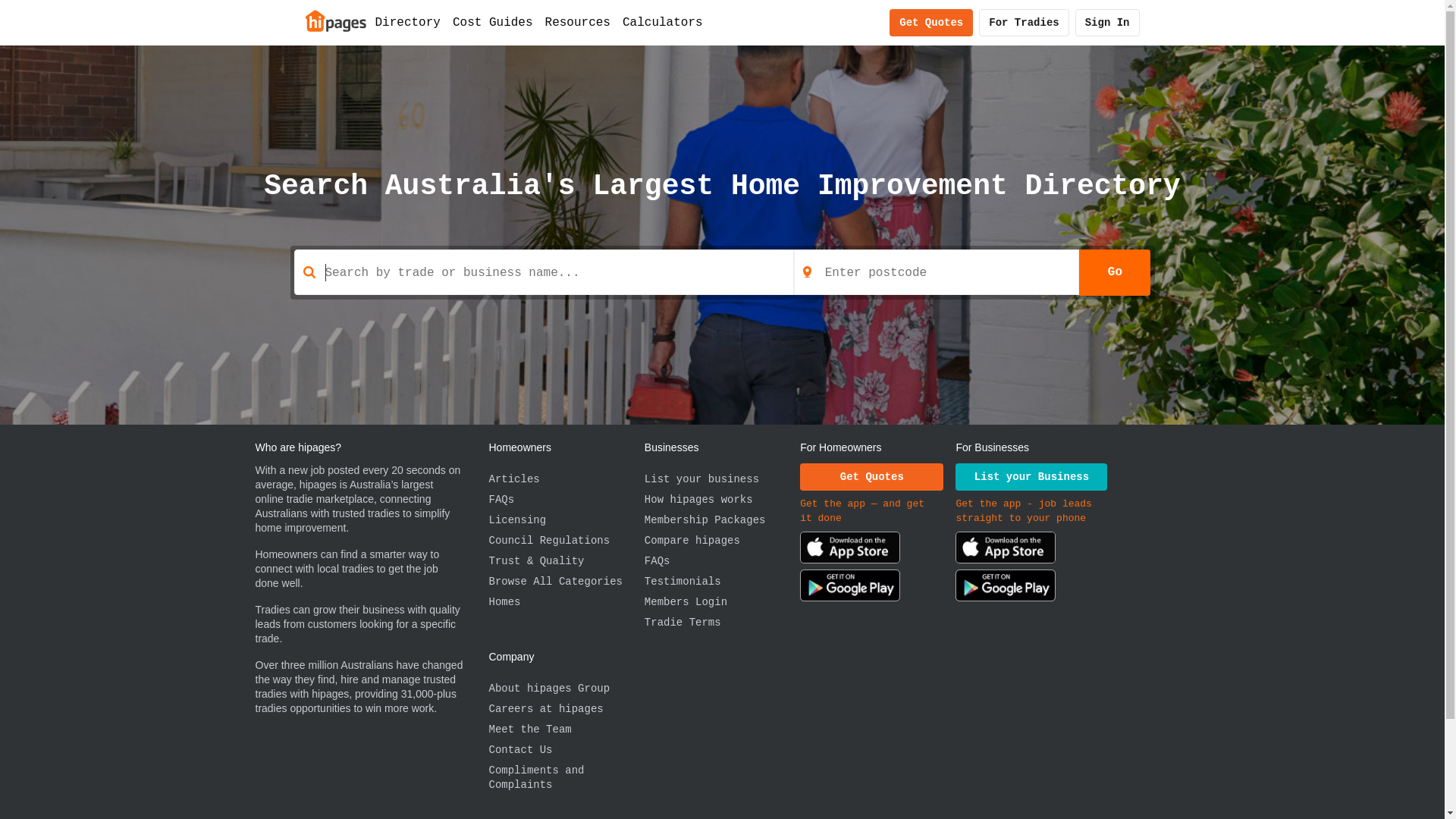  What do you see at coordinates (721, 623) in the screenshot?
I see `'Tradie Terms'` at bounding box center [721, 623].